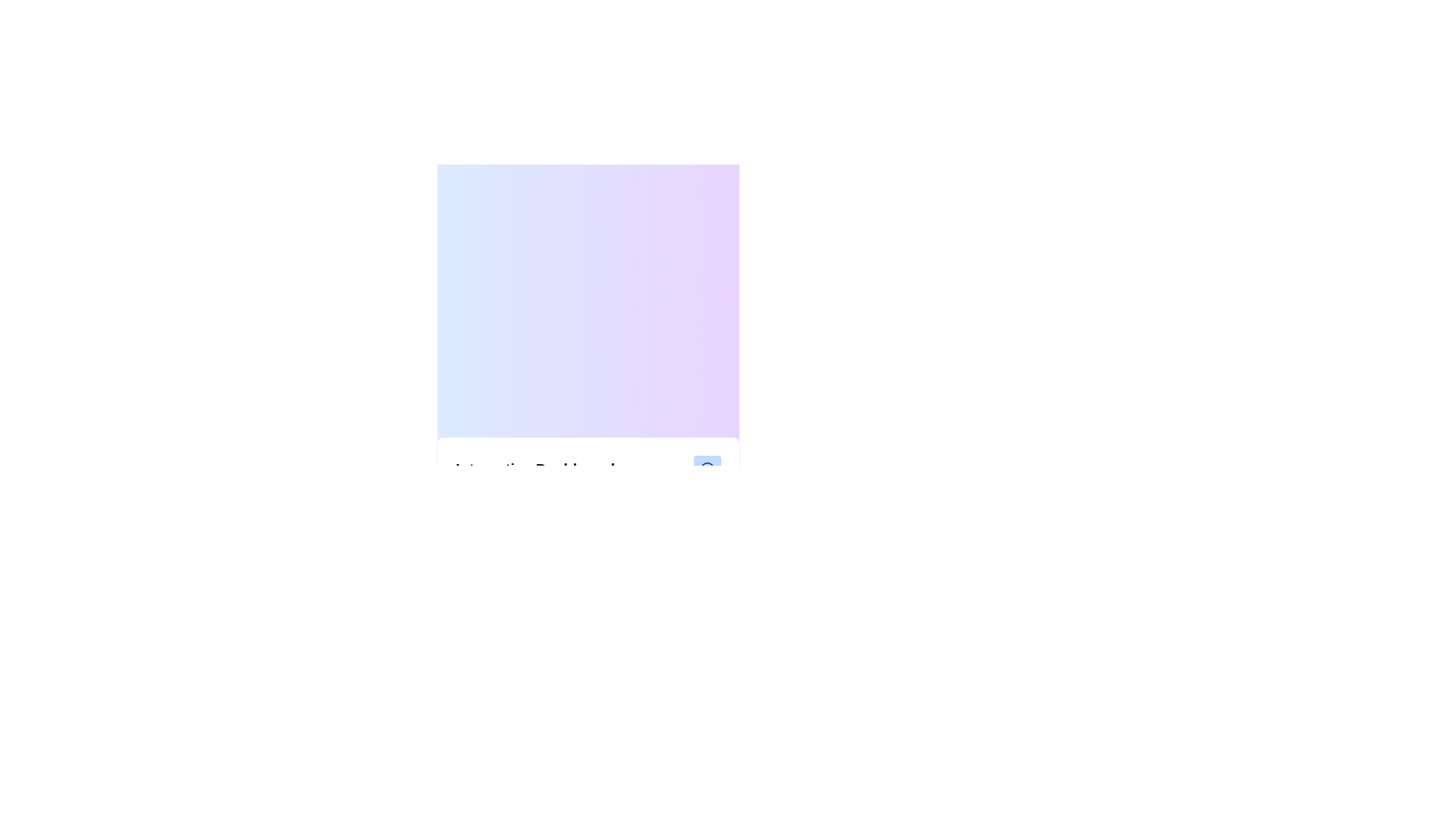 This screenshot has width=1456, height=819. Describe the element at coordinates (706, 467) in the screenshot. I see `the rounded rectangular button with a light blue background that contains the icon located at the top-center` at that location.